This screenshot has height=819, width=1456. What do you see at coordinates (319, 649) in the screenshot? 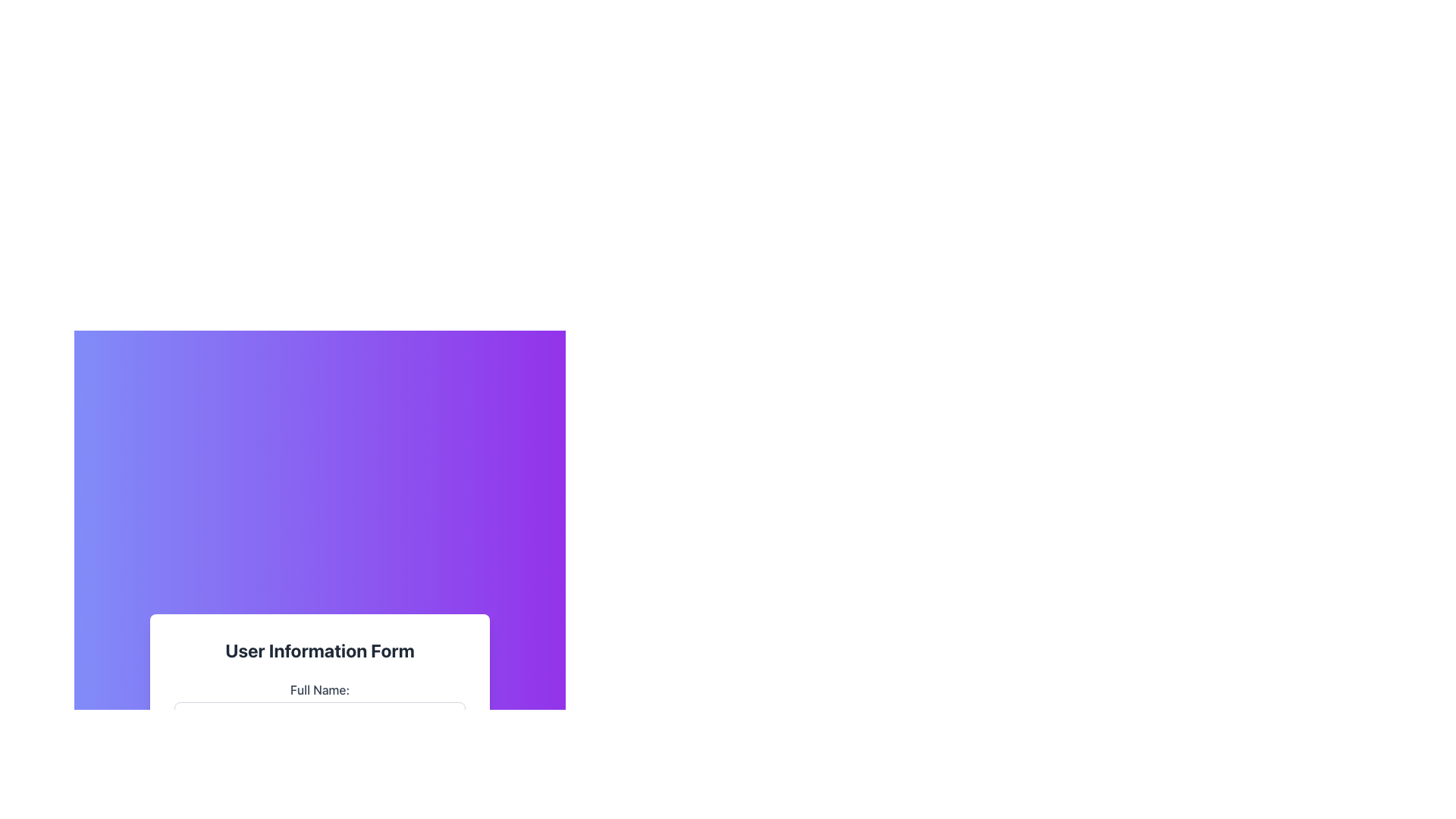
I see `the header text label that serves as a clear identifier for the associated form, positioned centrally above the 'Full Name:' label` at bounding box center [319, 649].